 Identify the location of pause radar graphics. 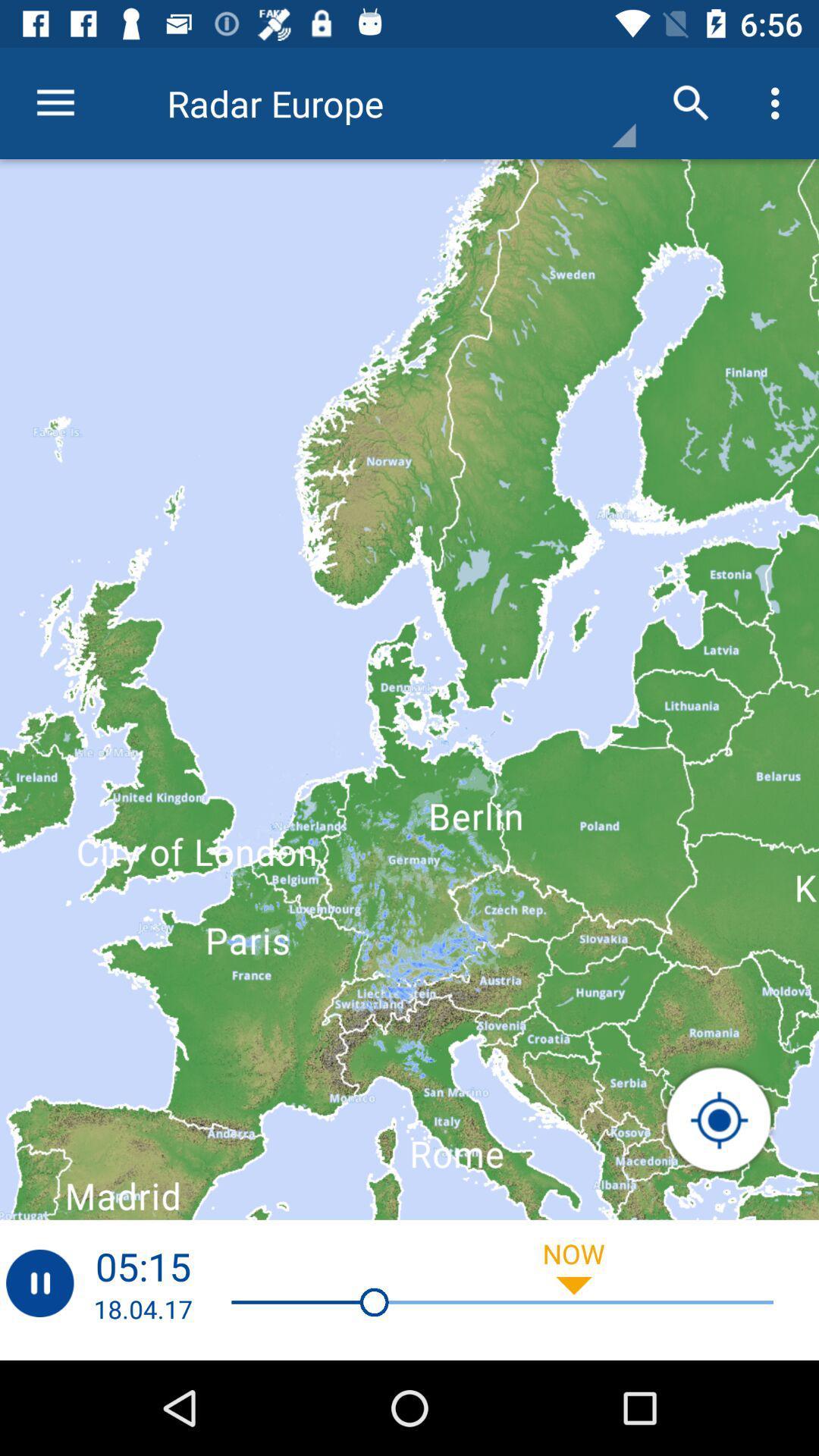
(39, 1282).